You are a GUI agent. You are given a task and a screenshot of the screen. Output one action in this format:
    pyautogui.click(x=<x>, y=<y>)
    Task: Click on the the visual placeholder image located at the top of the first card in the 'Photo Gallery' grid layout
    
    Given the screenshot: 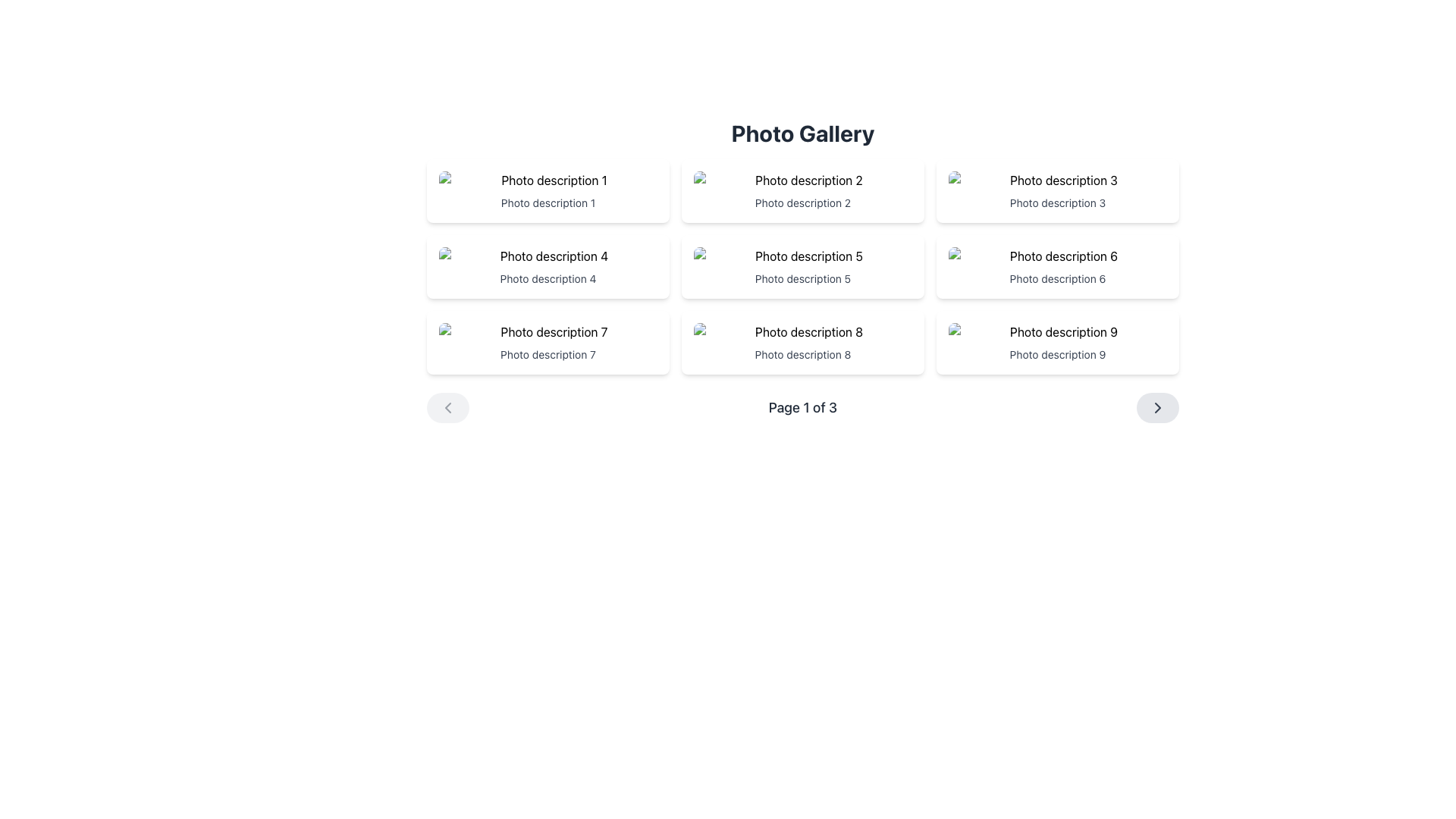 What is the action you would take?
    pyautogui.click(x=548, y=180)
    